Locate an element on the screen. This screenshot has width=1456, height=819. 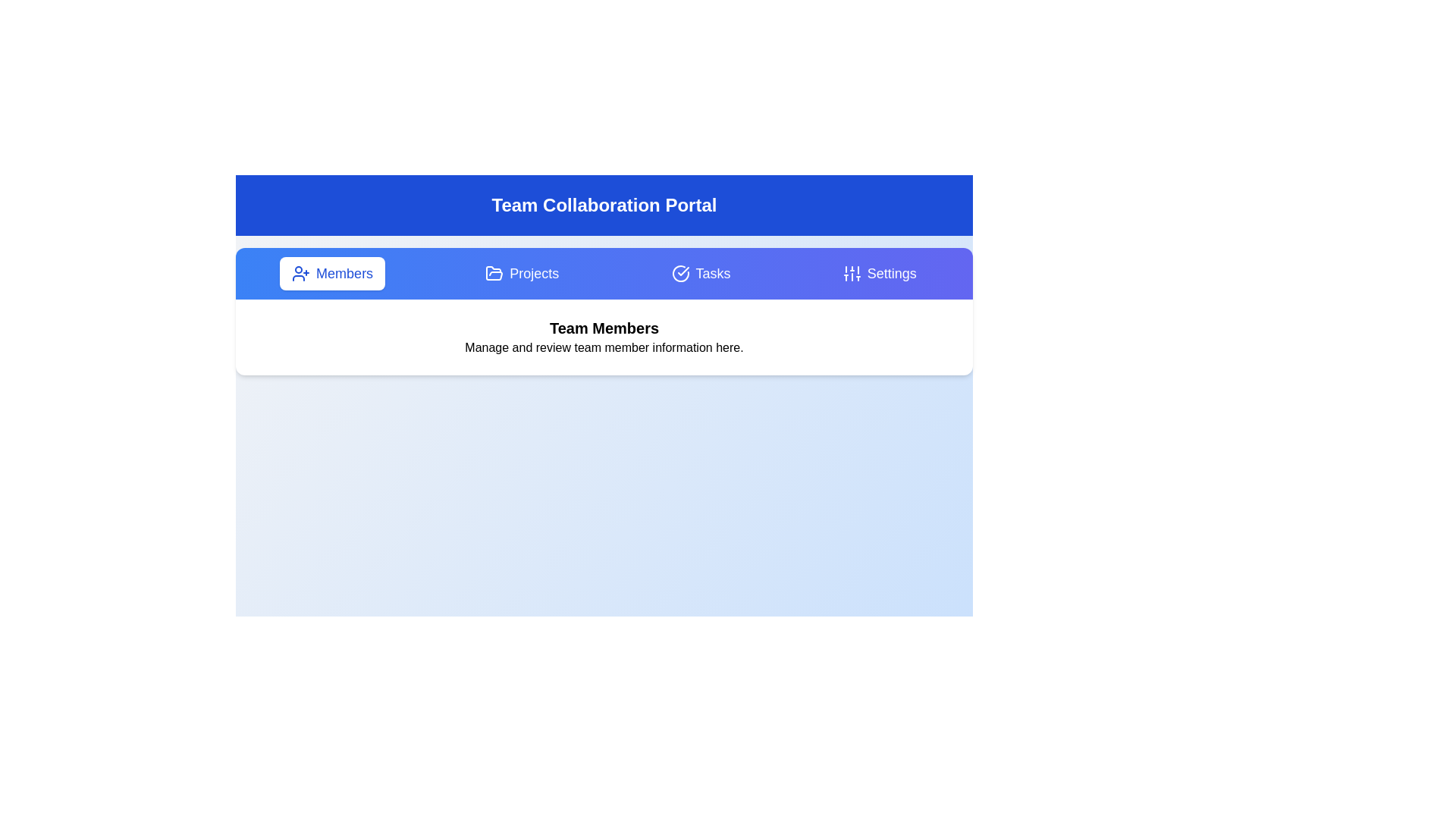
the Header or title banner at the top of the page, which indicates the purpose or branding of the portal is located at coordinates (603, 205).